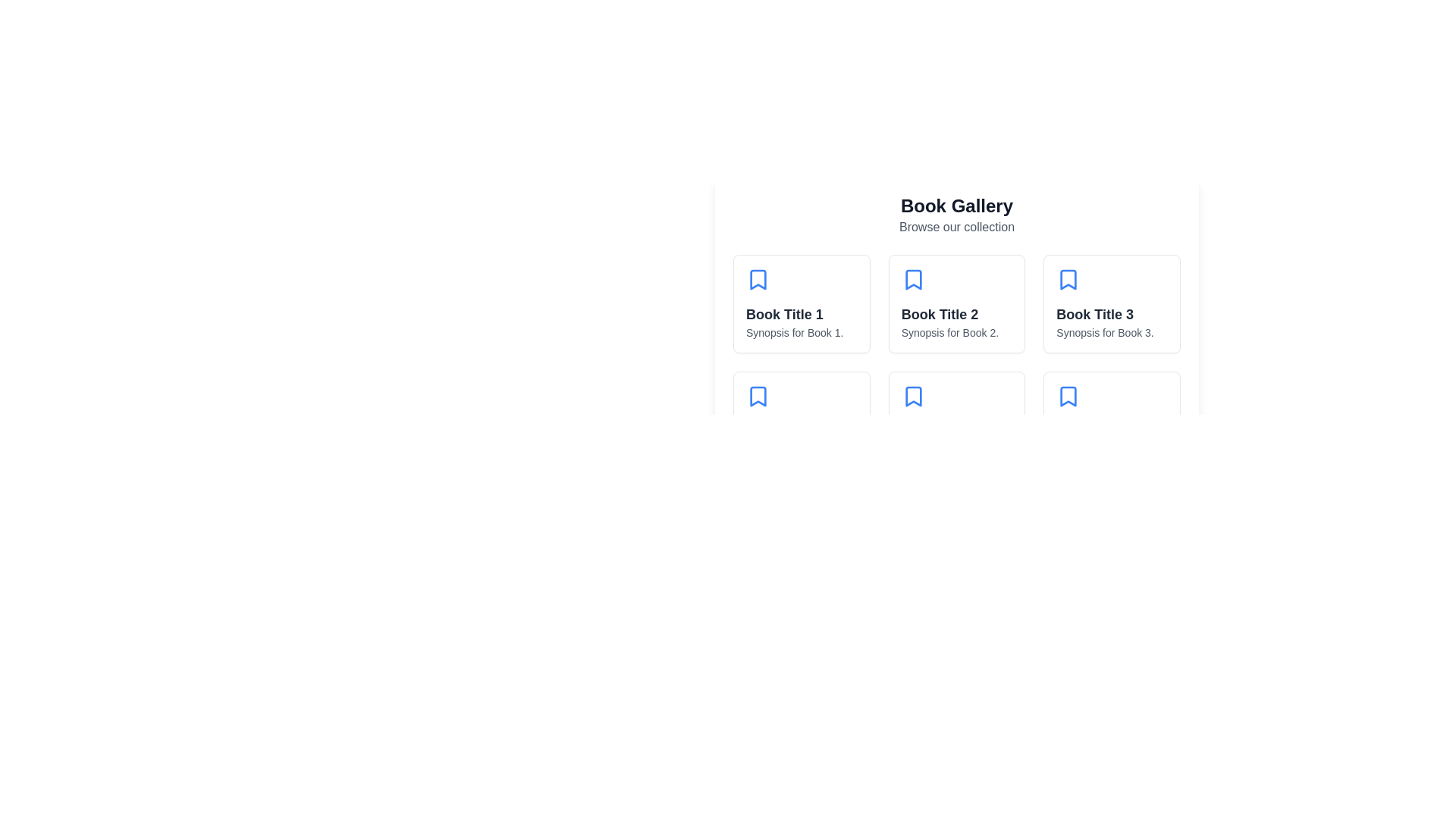  I want to click on the book represented by the second card in the first row of the grid layout, which is positioned between 'Book Title 1' and 'Book Title 3', so click(956, 304).